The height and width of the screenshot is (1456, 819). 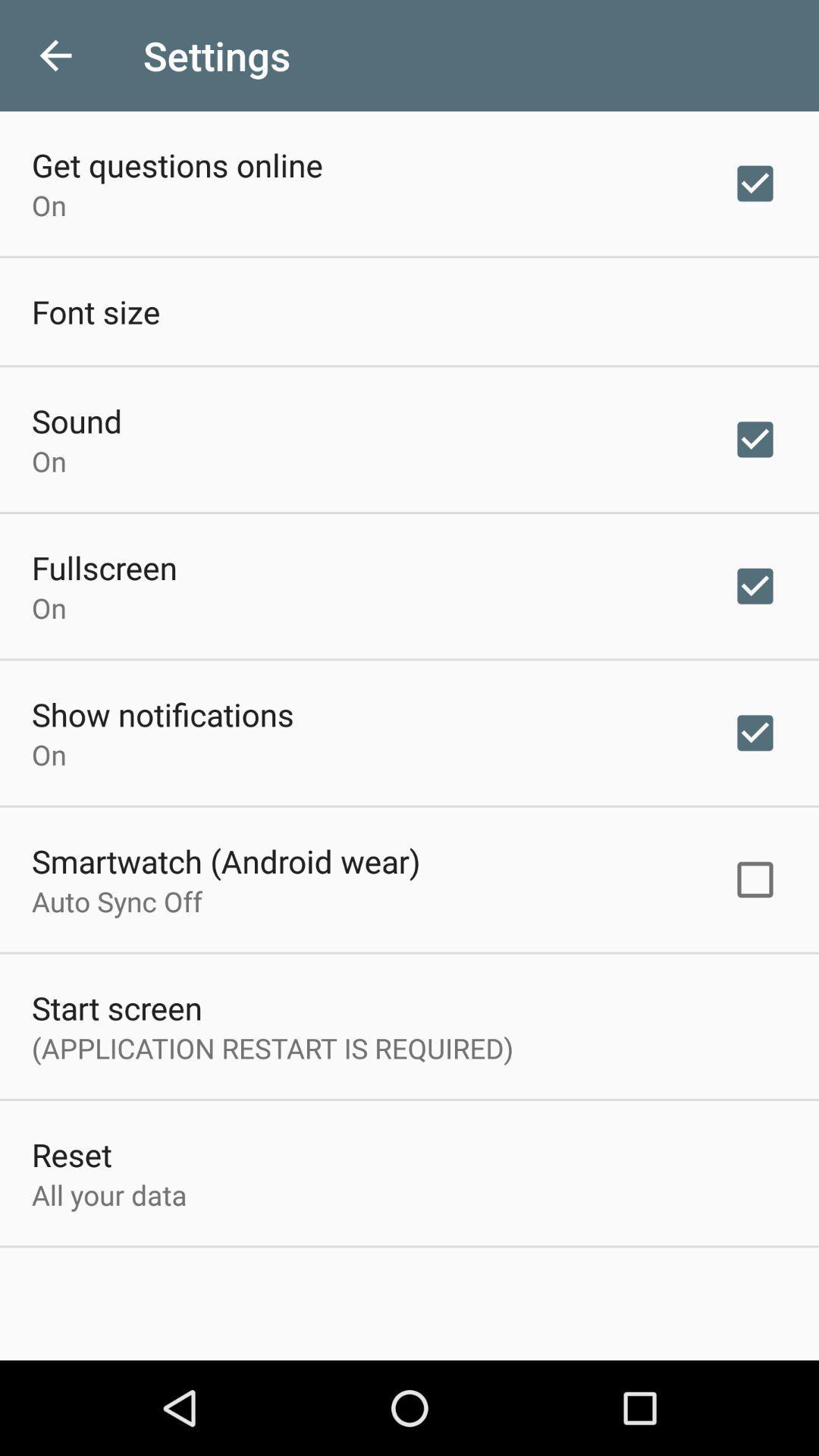 I want to click on item above the application restart is item, so click(x=116, y=1008).